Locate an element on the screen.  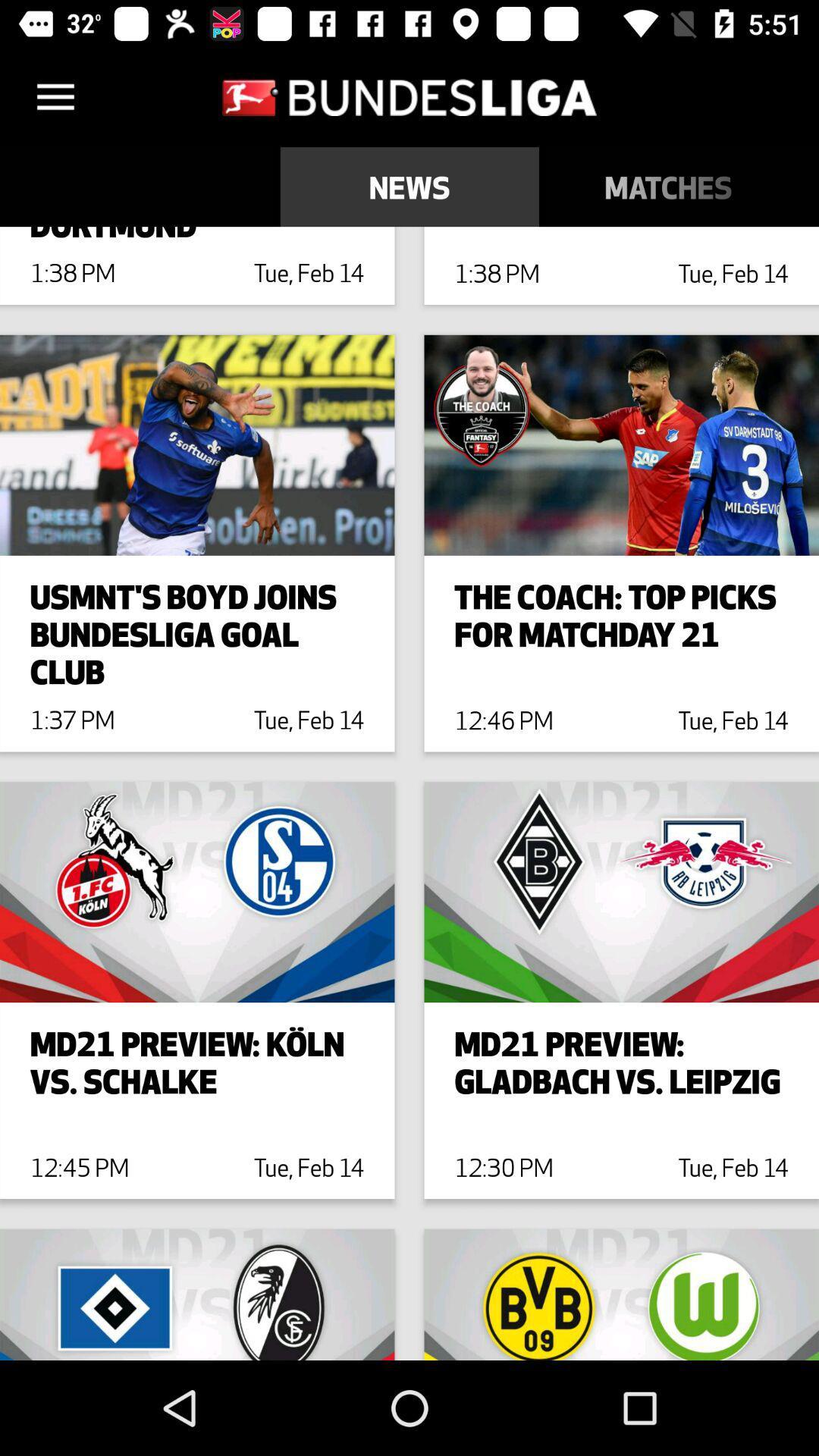
item above the papadopoulos hsv s item is located at coordinates (667, 186).